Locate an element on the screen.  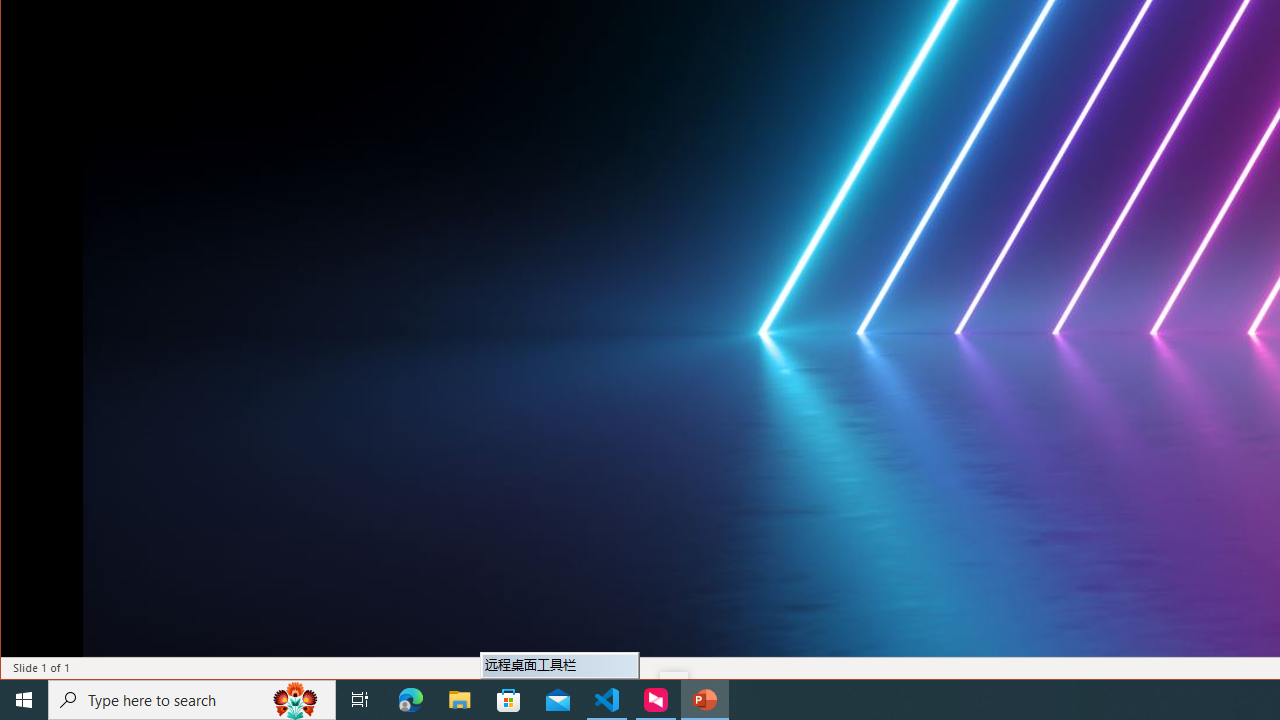
'Search highlights icon opens search home window' is located at coordinates (294, 698).